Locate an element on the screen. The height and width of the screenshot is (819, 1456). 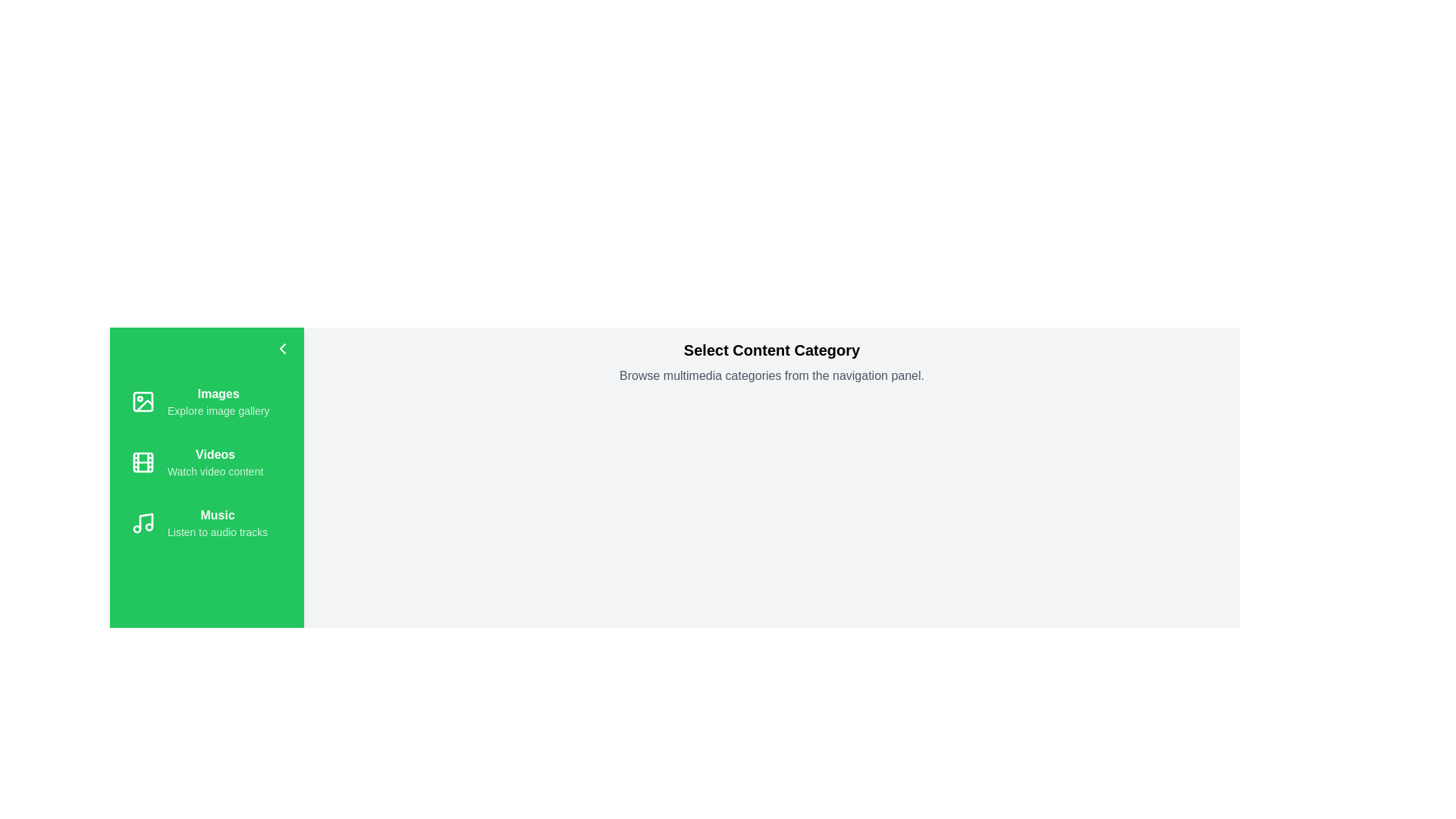
the category Images to see its hover effect is located at coordinates (206, 400).